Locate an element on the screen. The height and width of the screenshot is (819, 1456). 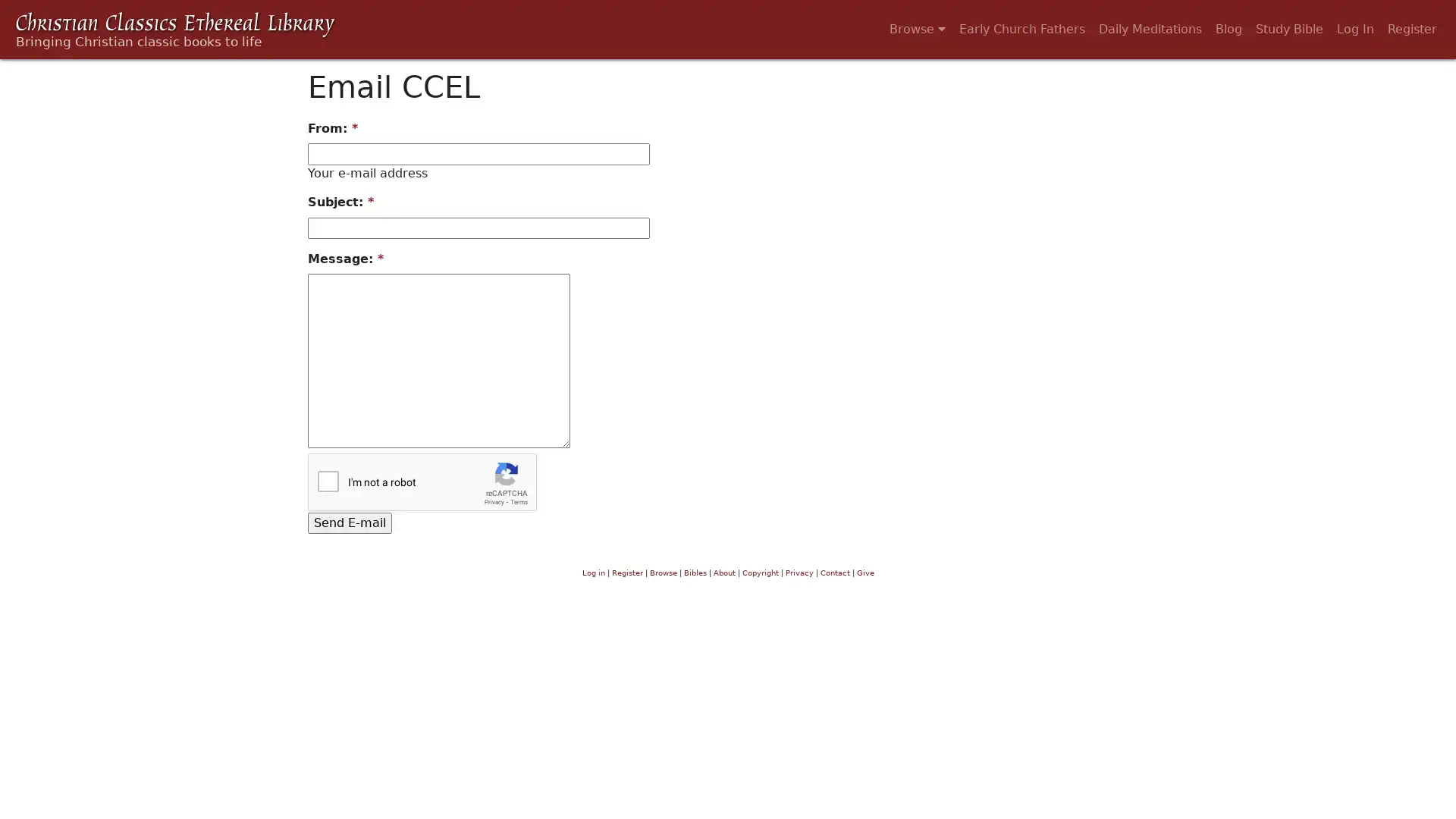
Send E-mail is located at coordinates (349, 522).